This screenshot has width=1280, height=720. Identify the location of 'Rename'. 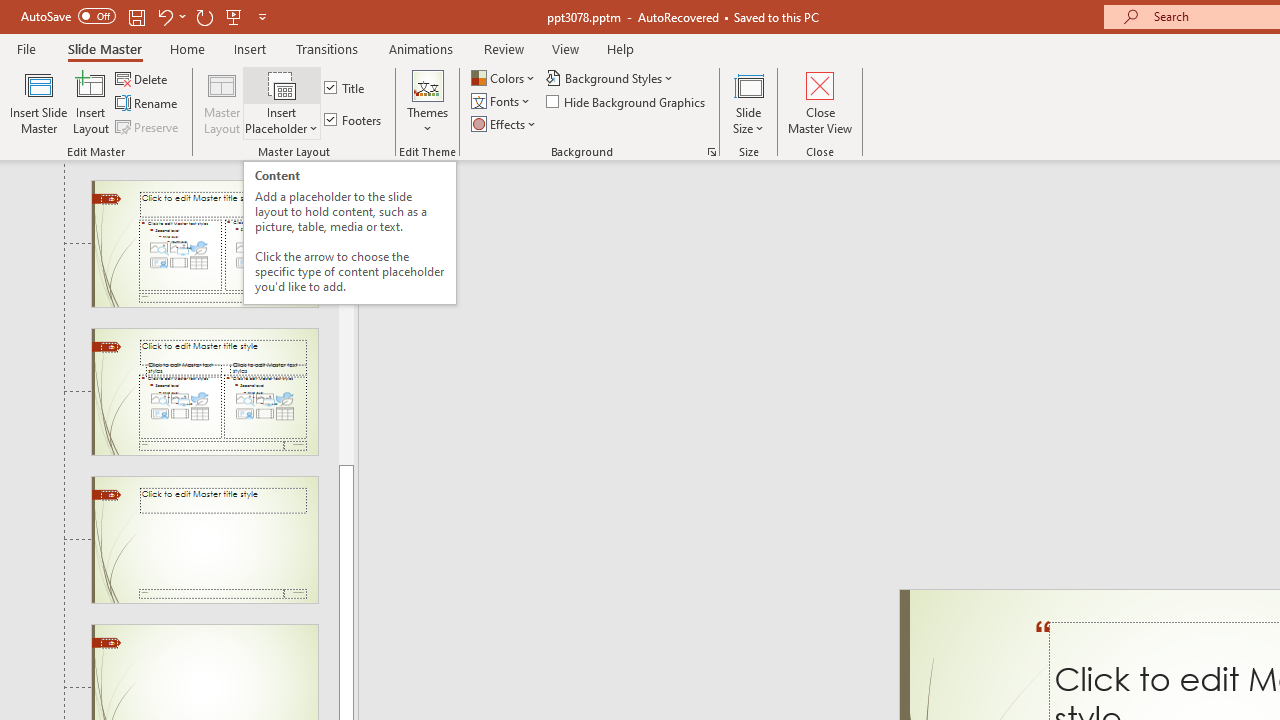
(147, 103).